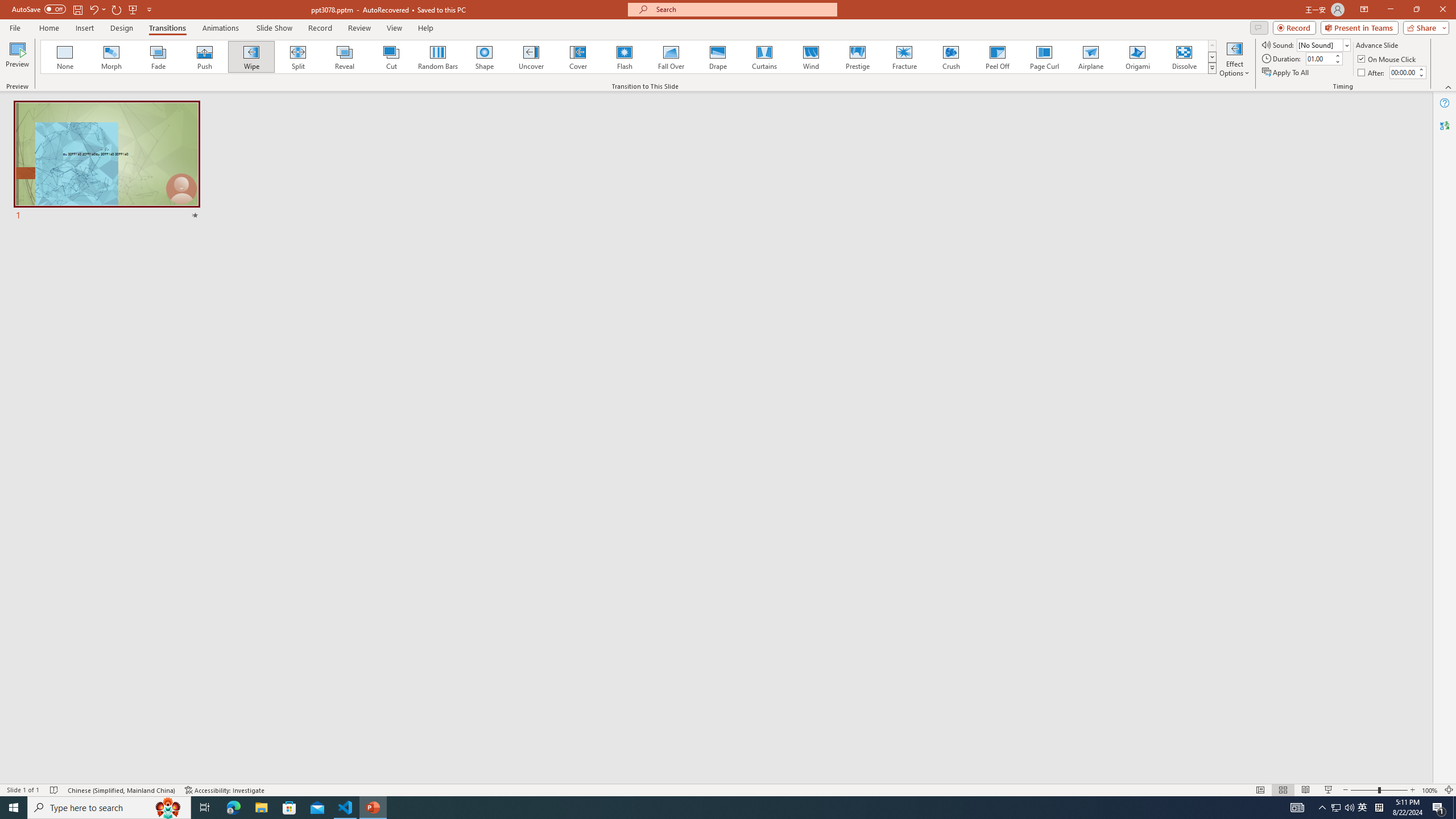  What do you see at coordinates (345, 56) in the screenshot?
I see `'Reveal'` at bounding box center [345, 56].